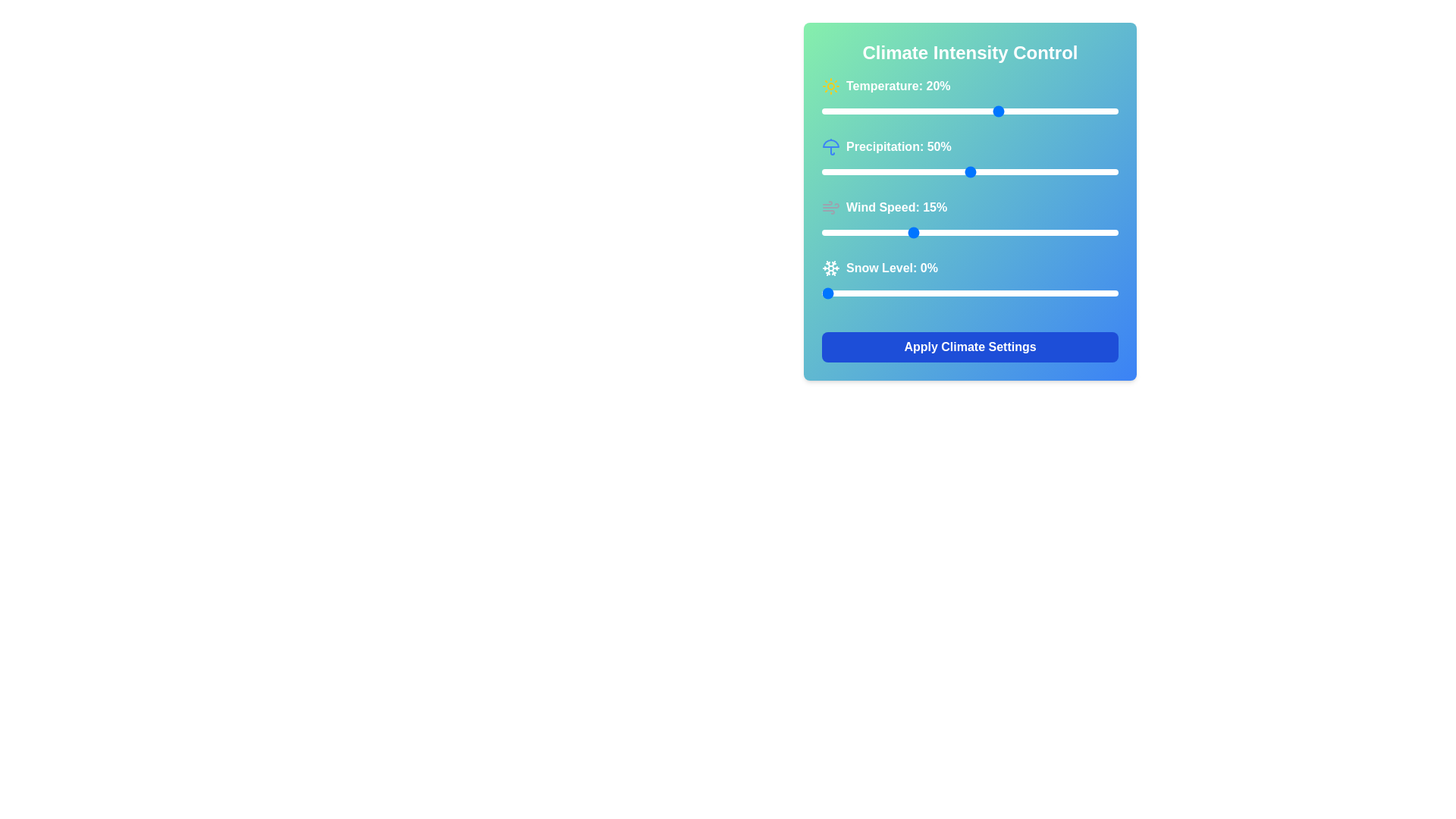  I want to click on Precipitation, so click(1082, 171).